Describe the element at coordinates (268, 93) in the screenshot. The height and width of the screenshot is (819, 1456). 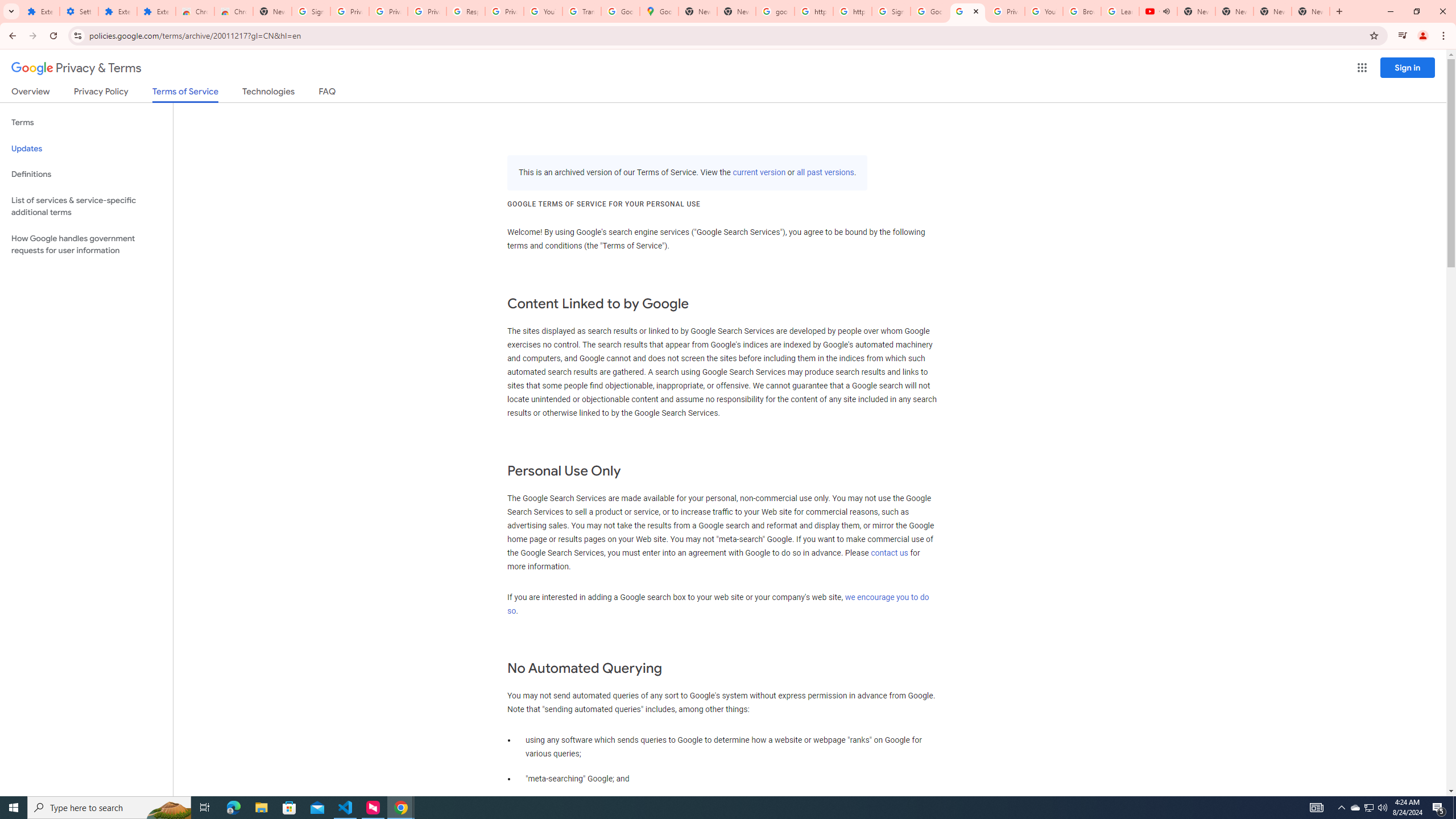
I see `'Technologies'` at that location.